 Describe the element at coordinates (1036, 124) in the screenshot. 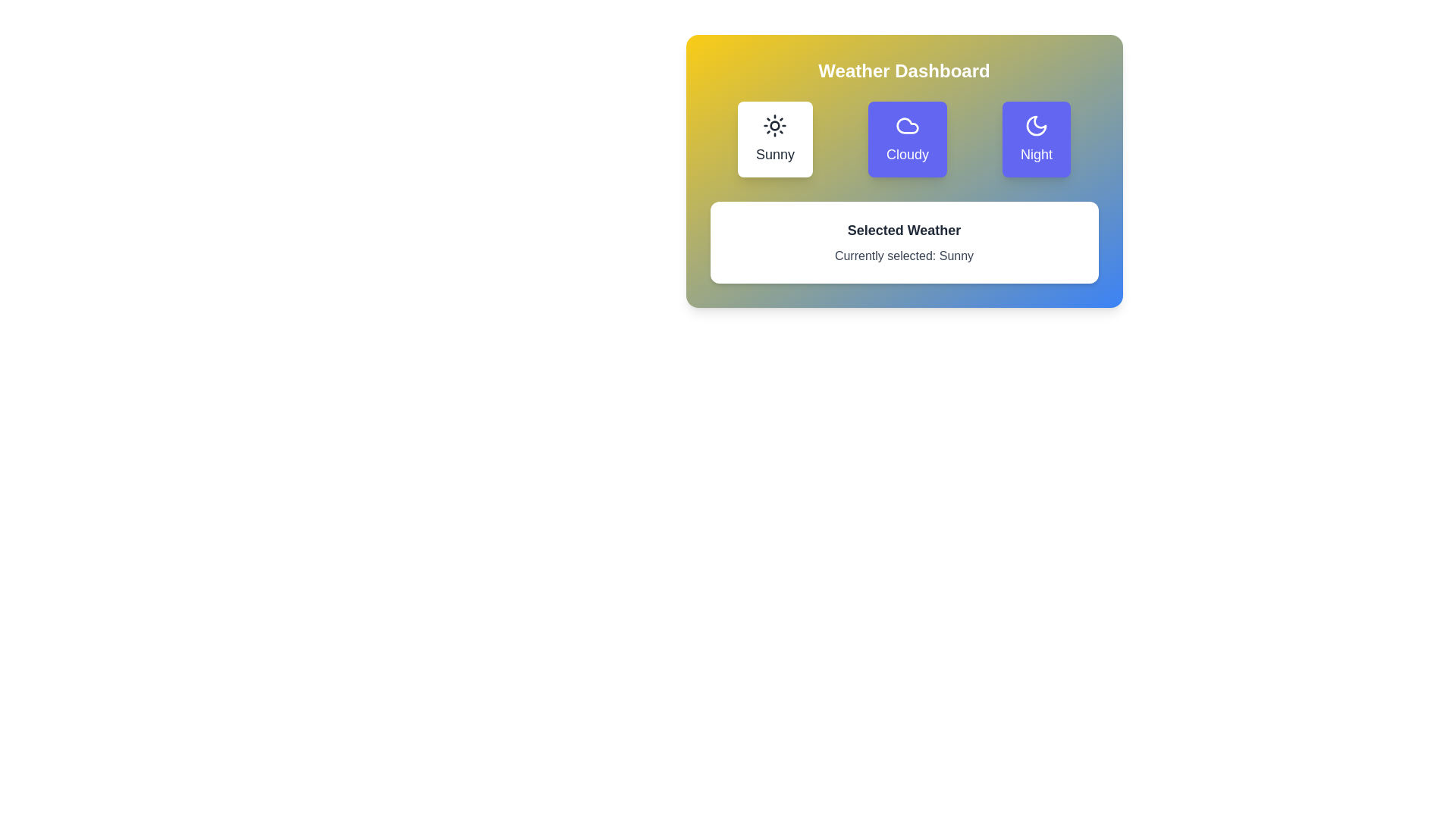

I see `the moon-shaped SVG icon with a purple background and white outline strokes` at that location.